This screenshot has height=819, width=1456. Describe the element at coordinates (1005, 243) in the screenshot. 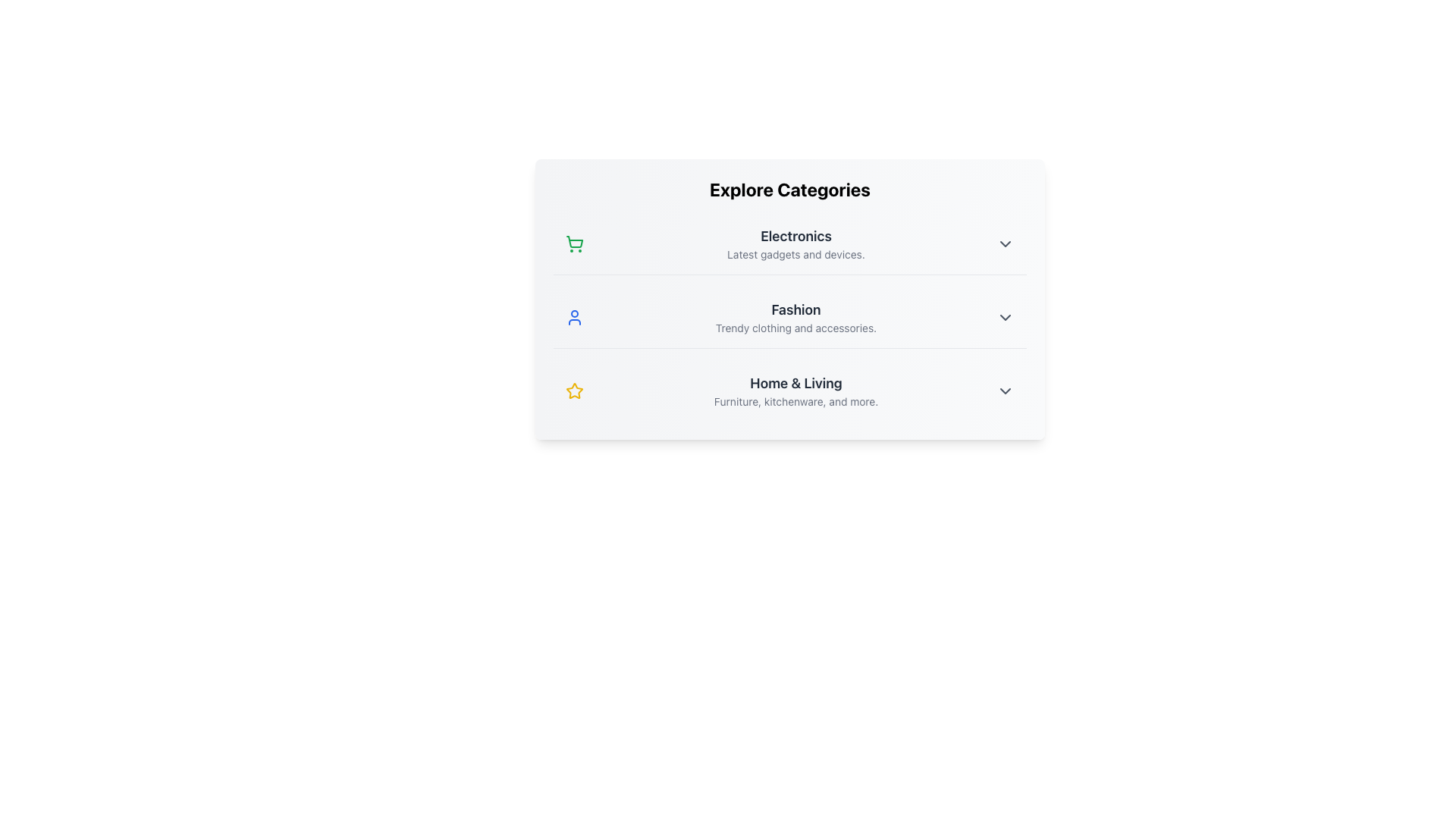

I see `the expand/collapse icon located at the rightmost position of the 'Electronics' row` at that location.